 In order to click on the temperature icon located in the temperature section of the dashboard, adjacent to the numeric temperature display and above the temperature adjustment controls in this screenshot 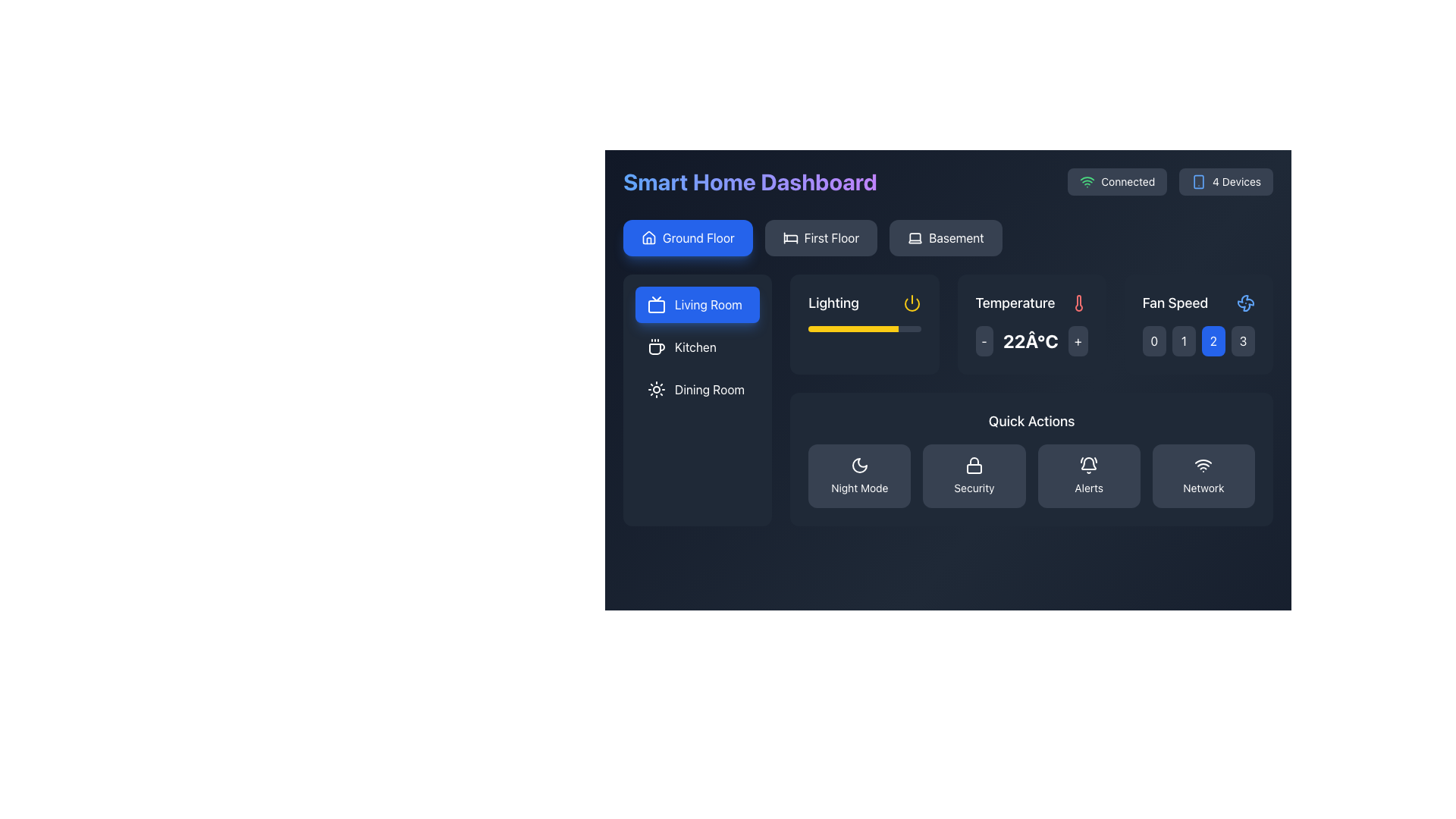, I will do `click(1078, 303)`.